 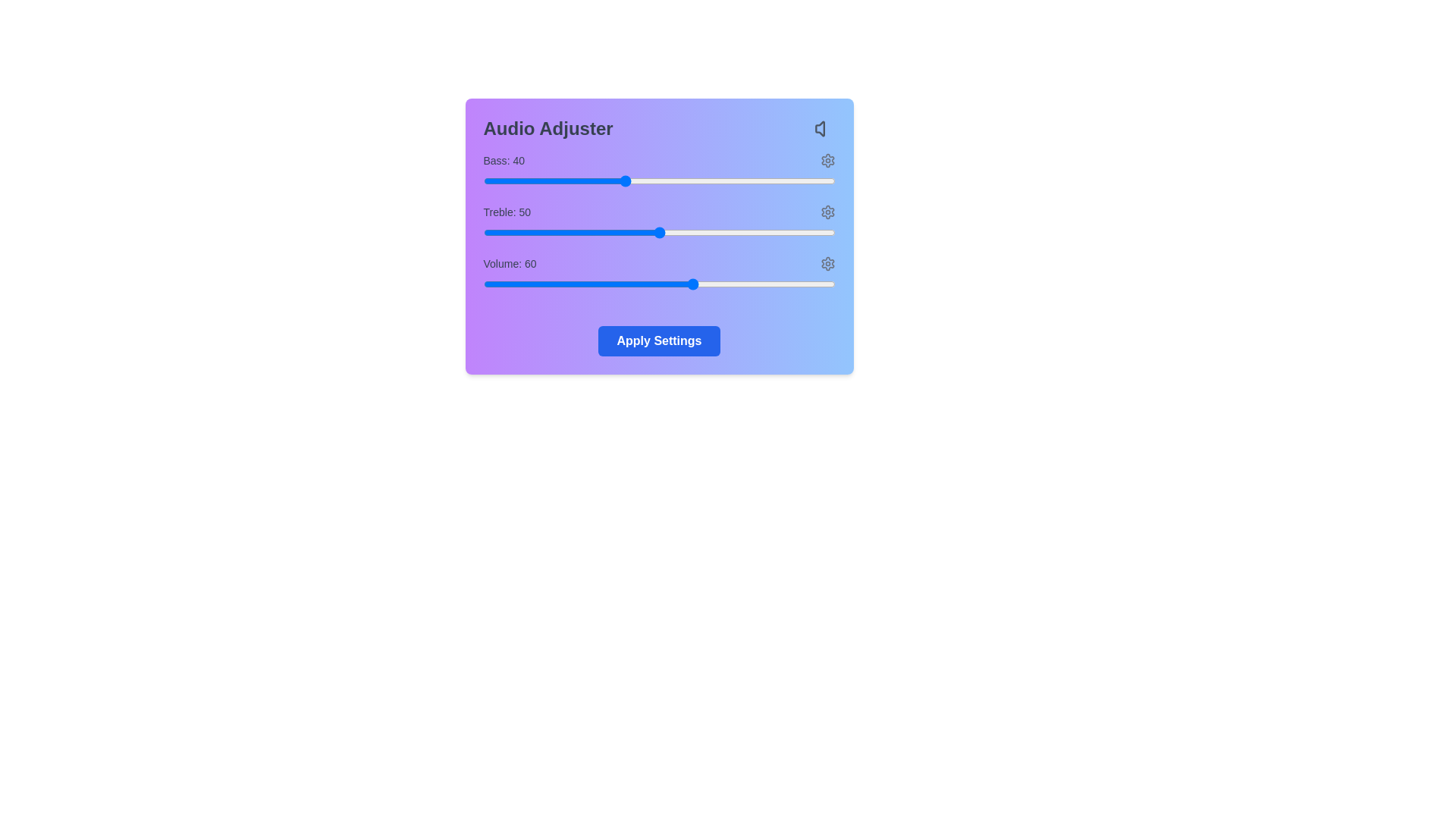 I want to click on the volume, so click(x=813, y=284).